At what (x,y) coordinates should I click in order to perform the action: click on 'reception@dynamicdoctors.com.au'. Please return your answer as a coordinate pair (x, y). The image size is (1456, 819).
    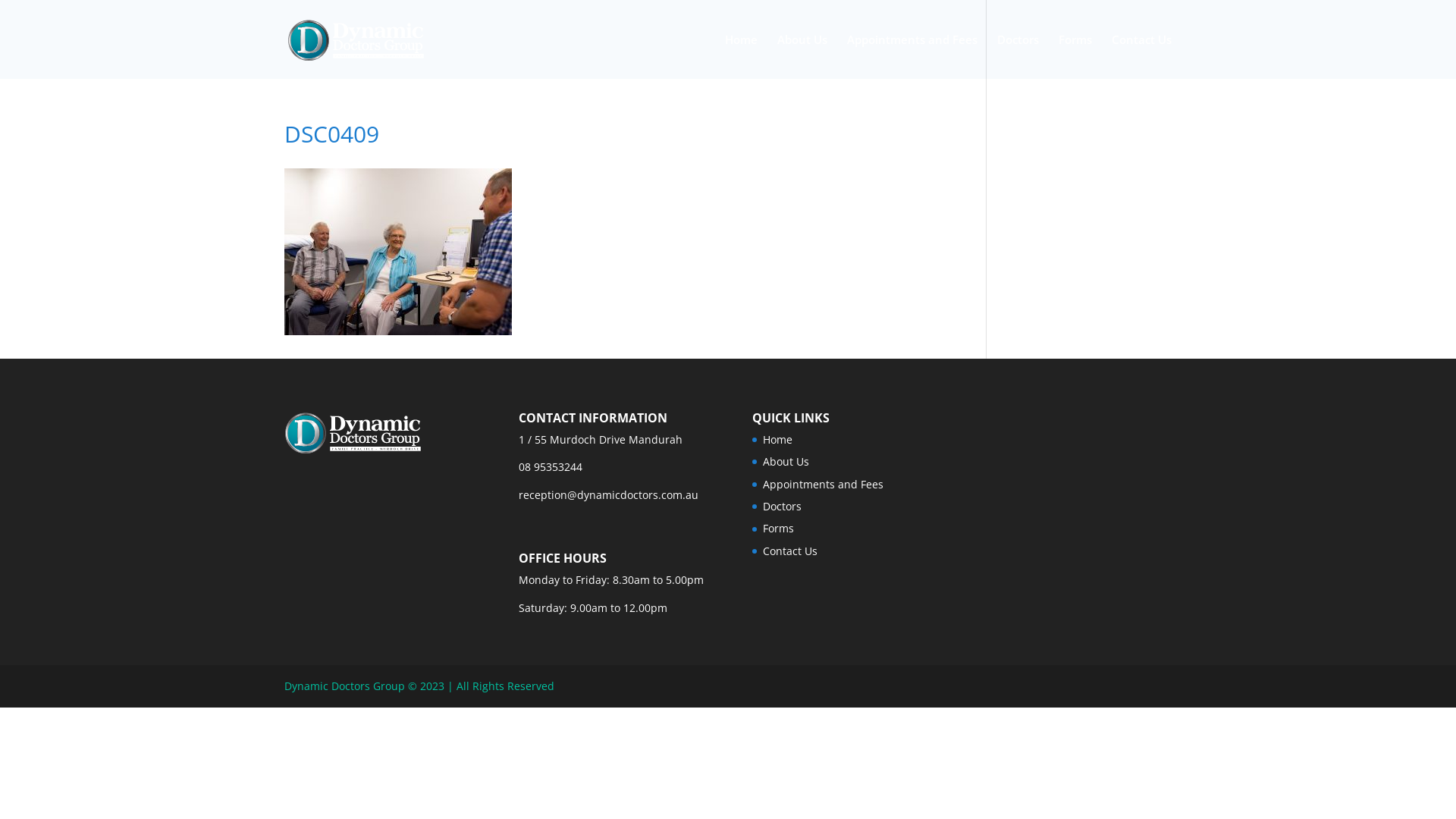
    Looking at the image, I should click on (608, 494).